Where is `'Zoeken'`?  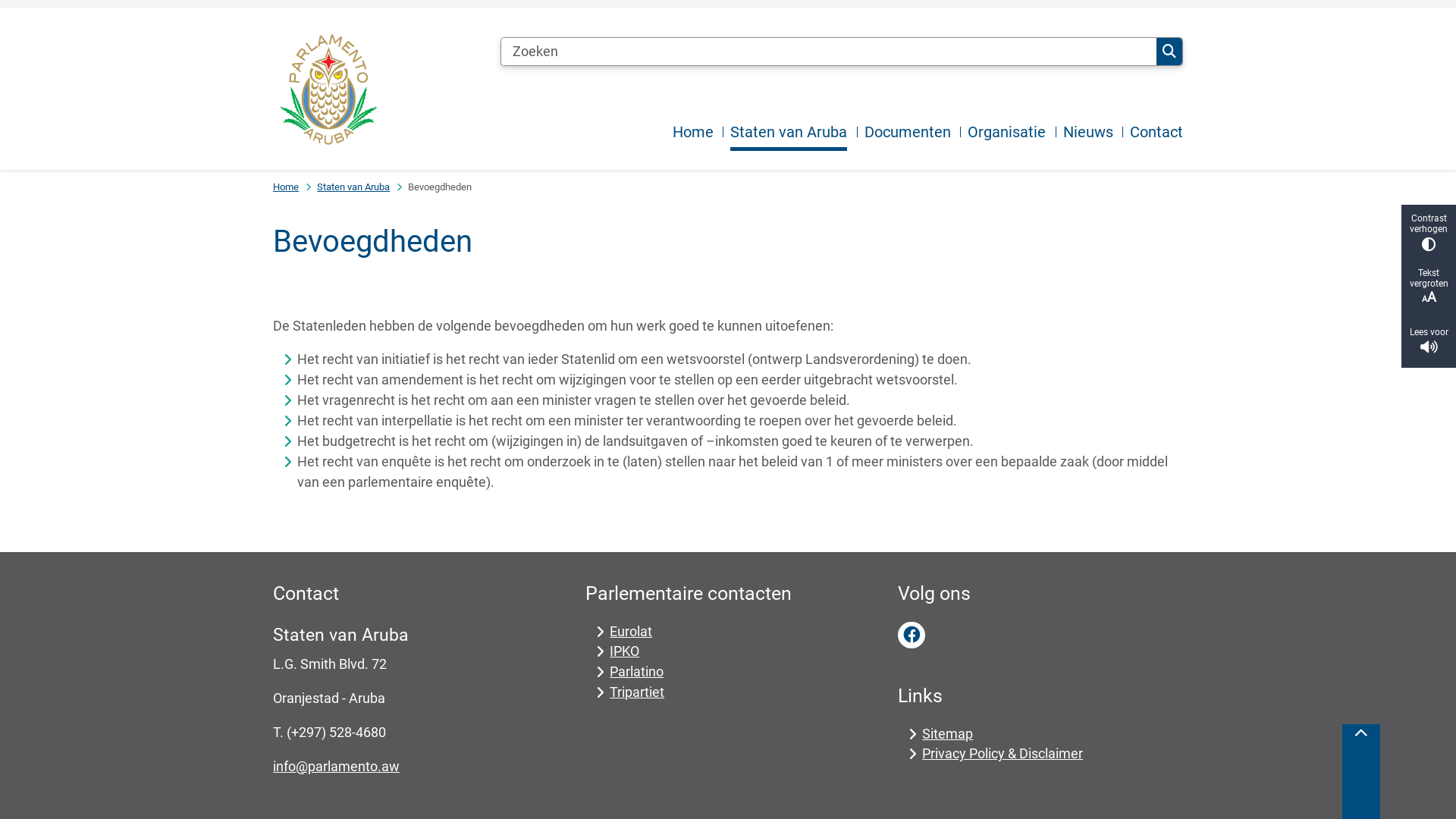
'Zoeken' is located at coordinates (1168, 51).